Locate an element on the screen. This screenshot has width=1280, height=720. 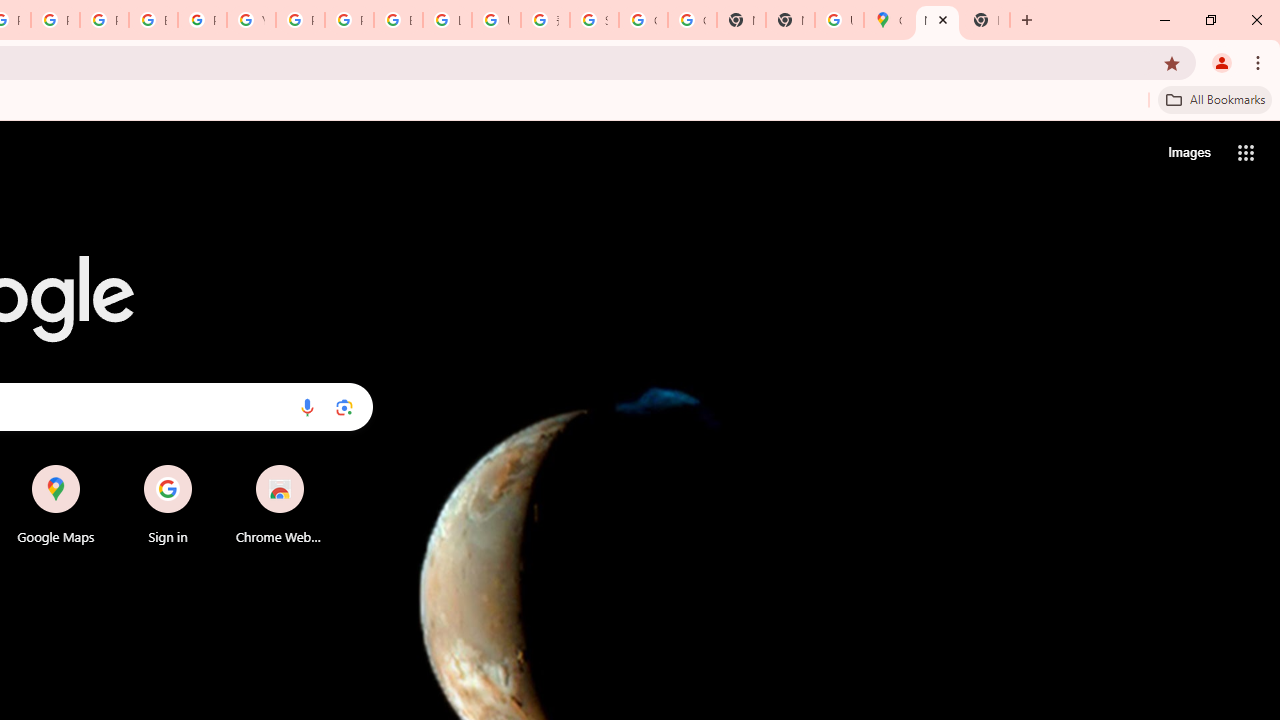
'New Tab' is located at coordinates (936, 20).